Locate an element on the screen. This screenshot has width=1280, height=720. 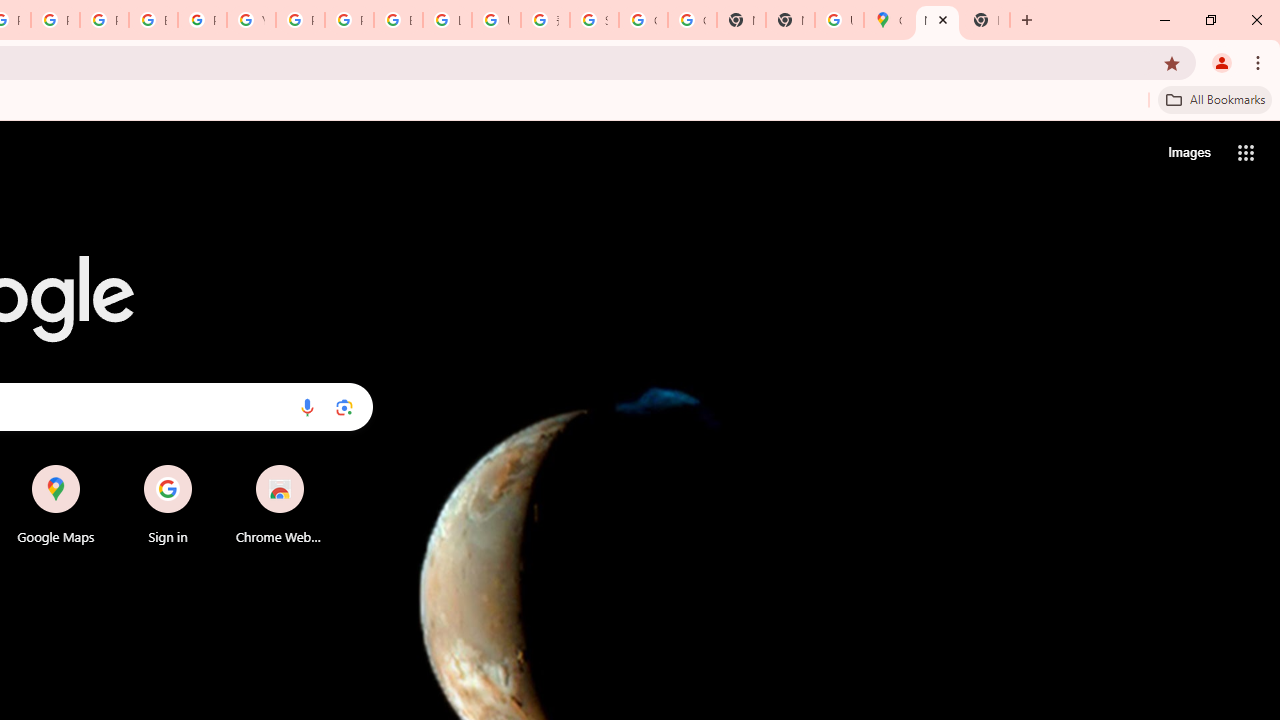
'New Tab' is located at coordinates (936, 20).